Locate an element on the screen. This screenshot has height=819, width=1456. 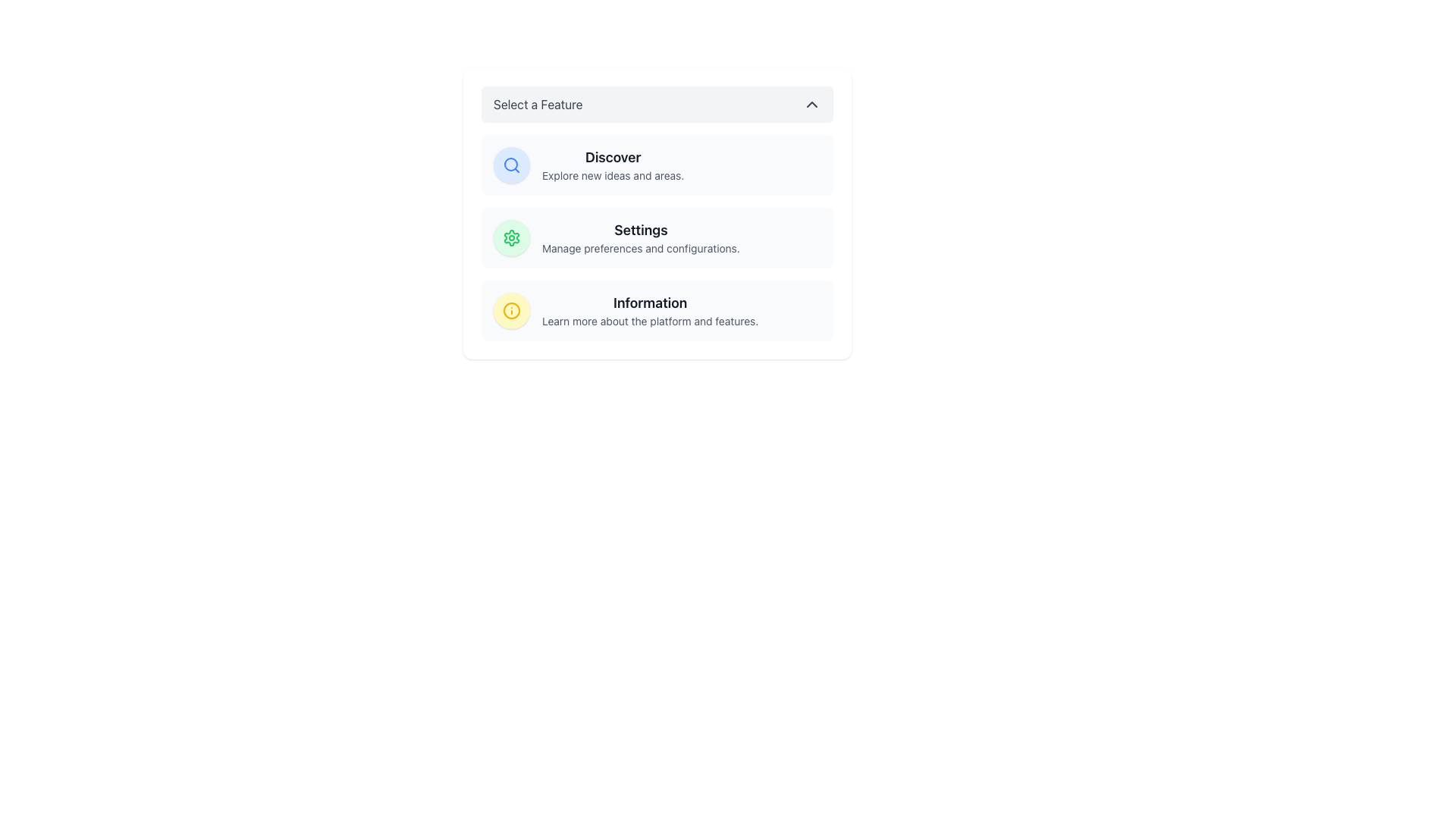
the SVG Graphic Icon shaped like a gear, which is located in the second row of the settings feature list is located at coordinates (512, 237).